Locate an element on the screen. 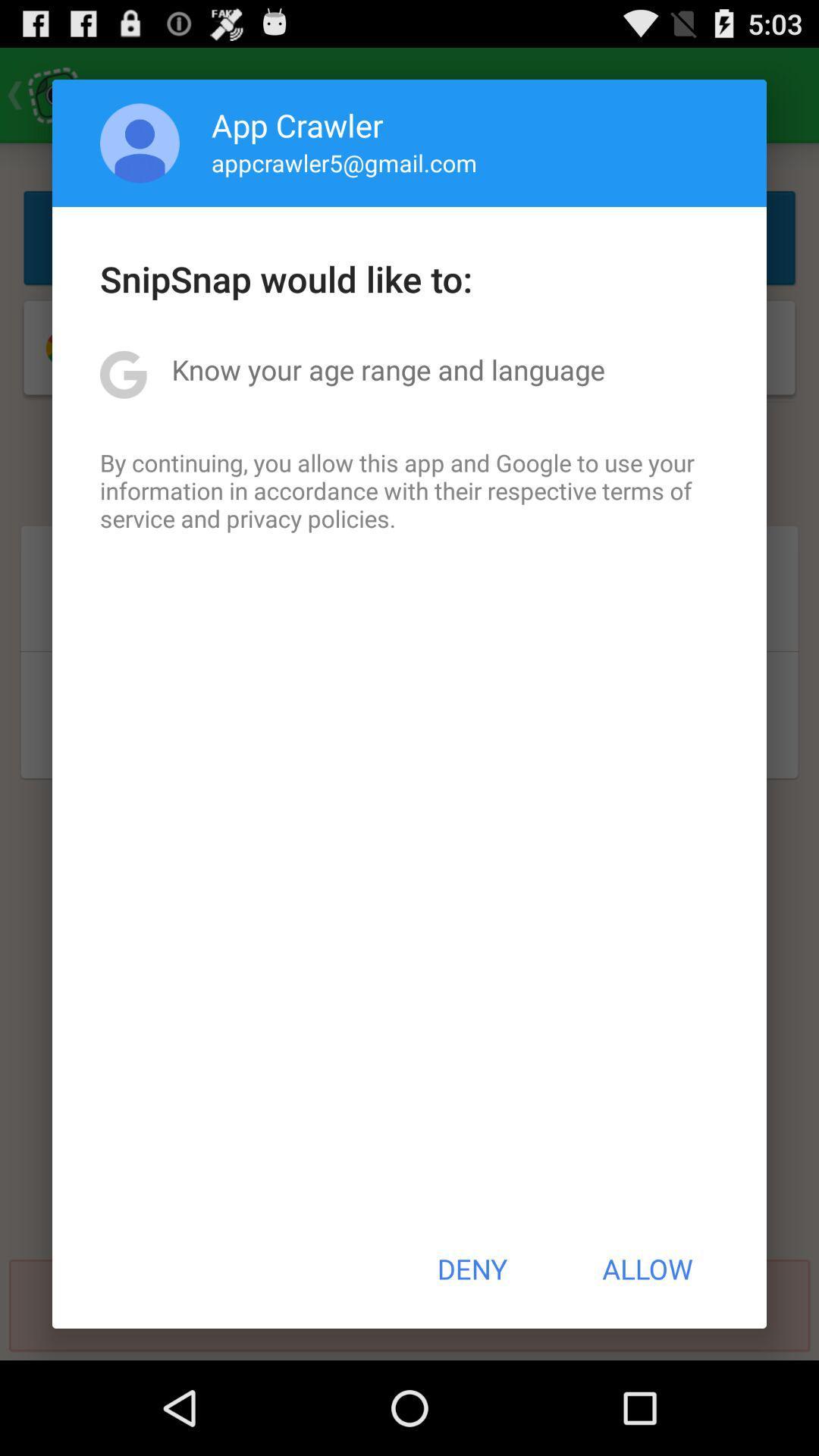  item below the by continuing you item is located at coordinates (471, 1269).